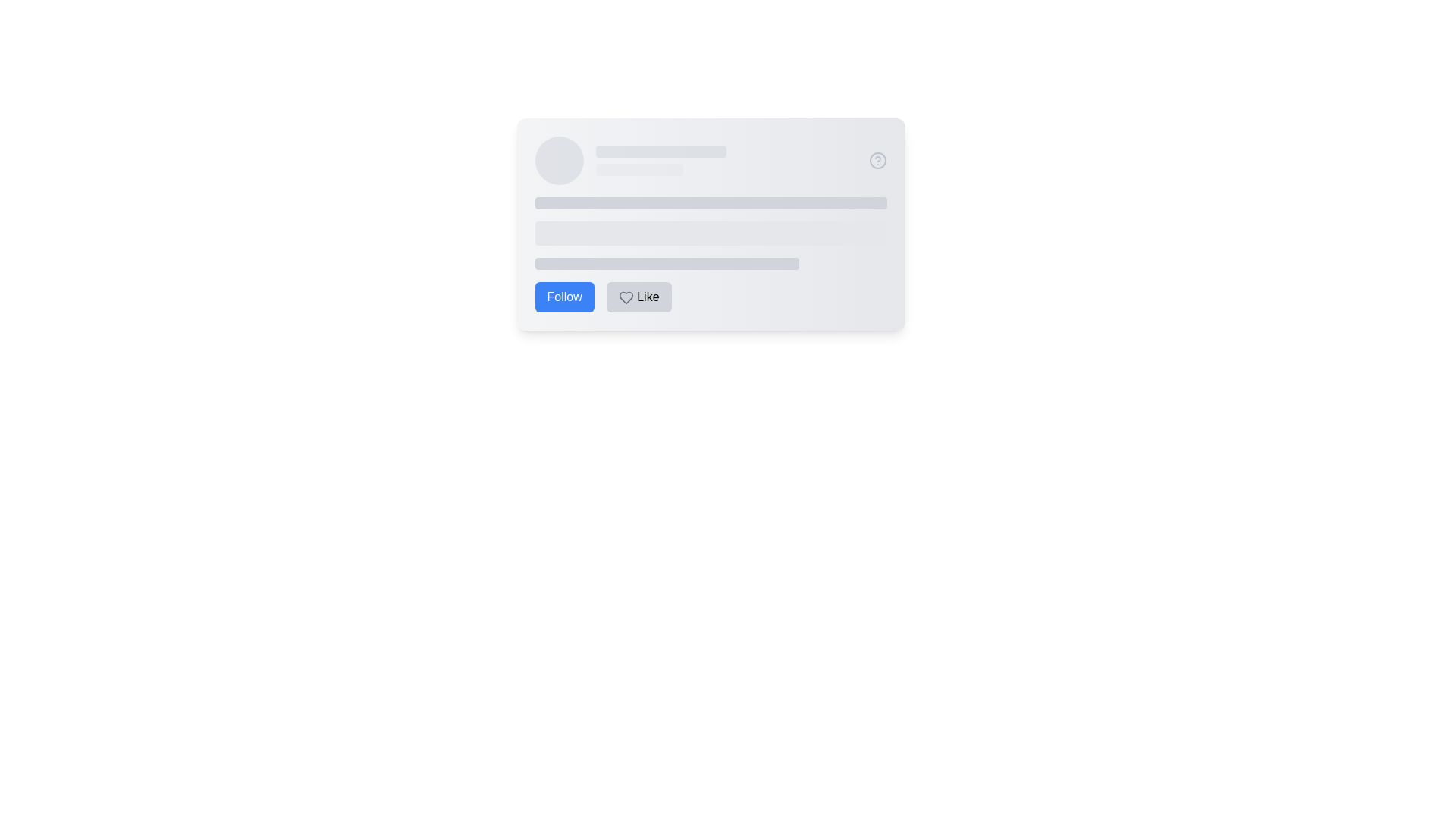 The image size is (1456, 819). I want to click on the follow button, which is the leftmost button among a group of interactive elements in a horizontal layout, to follow a user or entity, so click(563, 297).